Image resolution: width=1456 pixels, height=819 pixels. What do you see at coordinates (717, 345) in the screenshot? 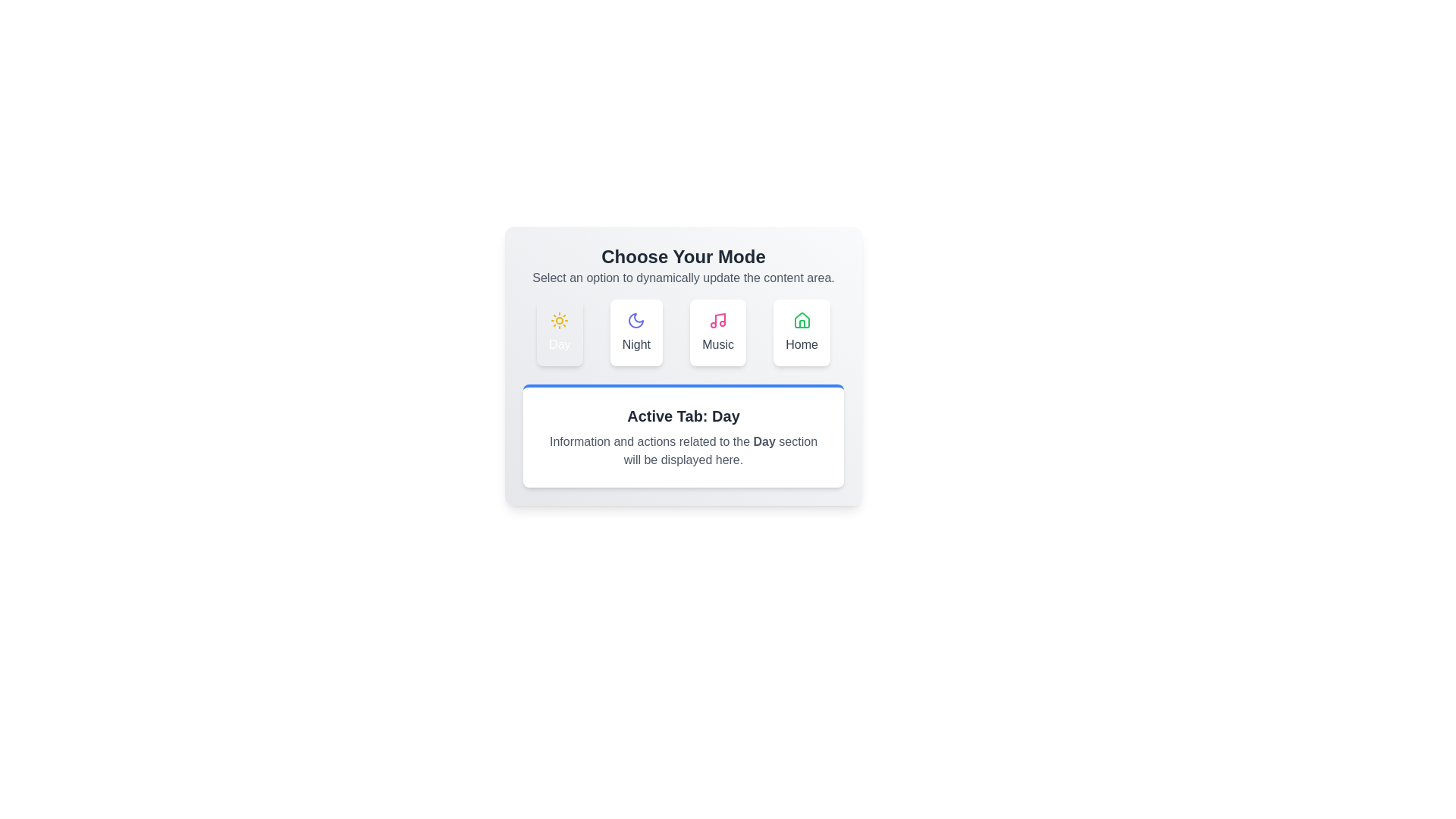
I see `the static text label that indicates the 'Music' mode option, positioned at the center-right of the interface, below the musical note icon` at bounding box center [717, 345].